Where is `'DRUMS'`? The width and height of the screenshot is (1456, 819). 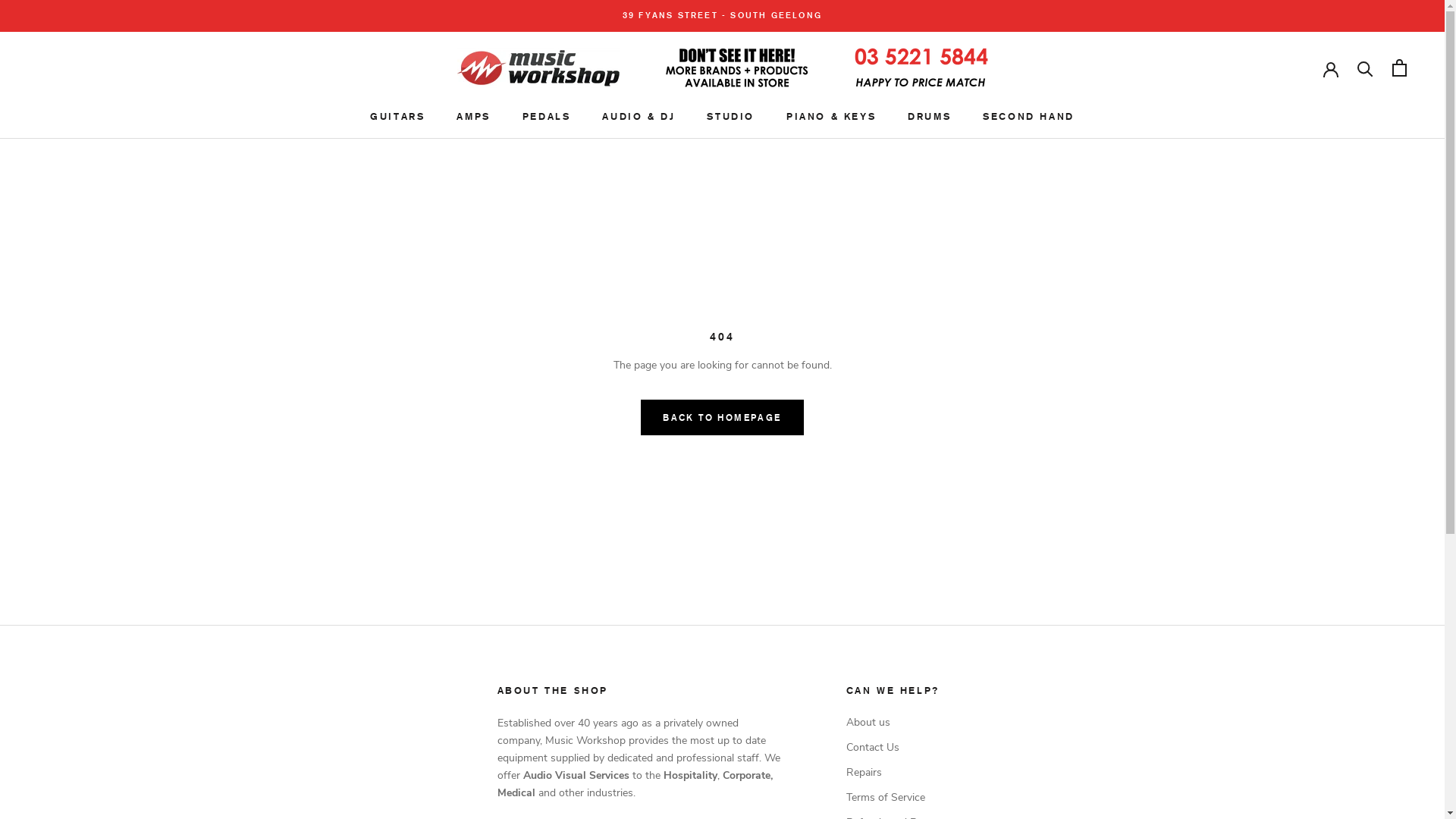 'DRUMS' is located at coordinates (928, 115).